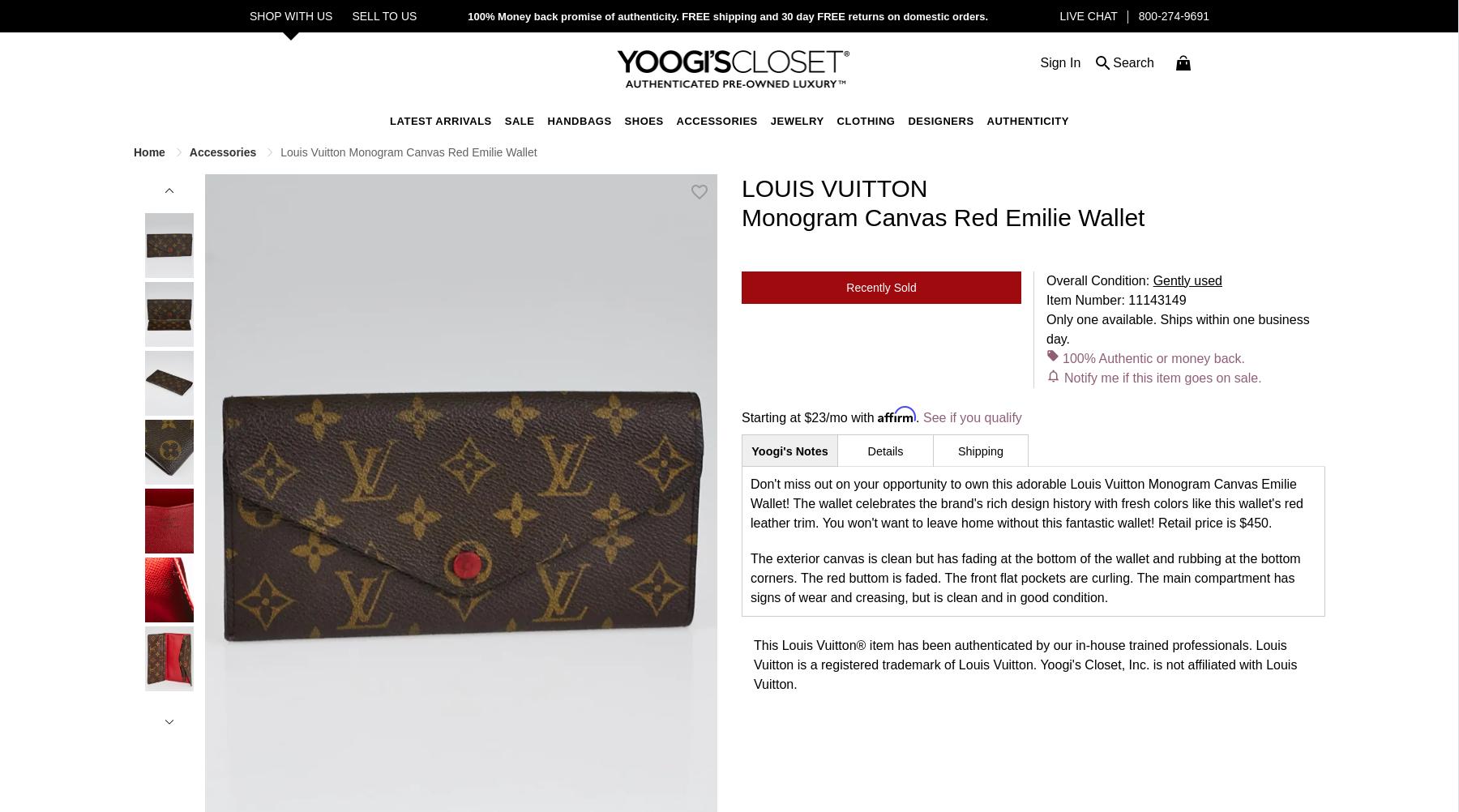 The height and width of the screenshot is (812, 1459). I want to click on 'Recently Sold', so click(881, 287).